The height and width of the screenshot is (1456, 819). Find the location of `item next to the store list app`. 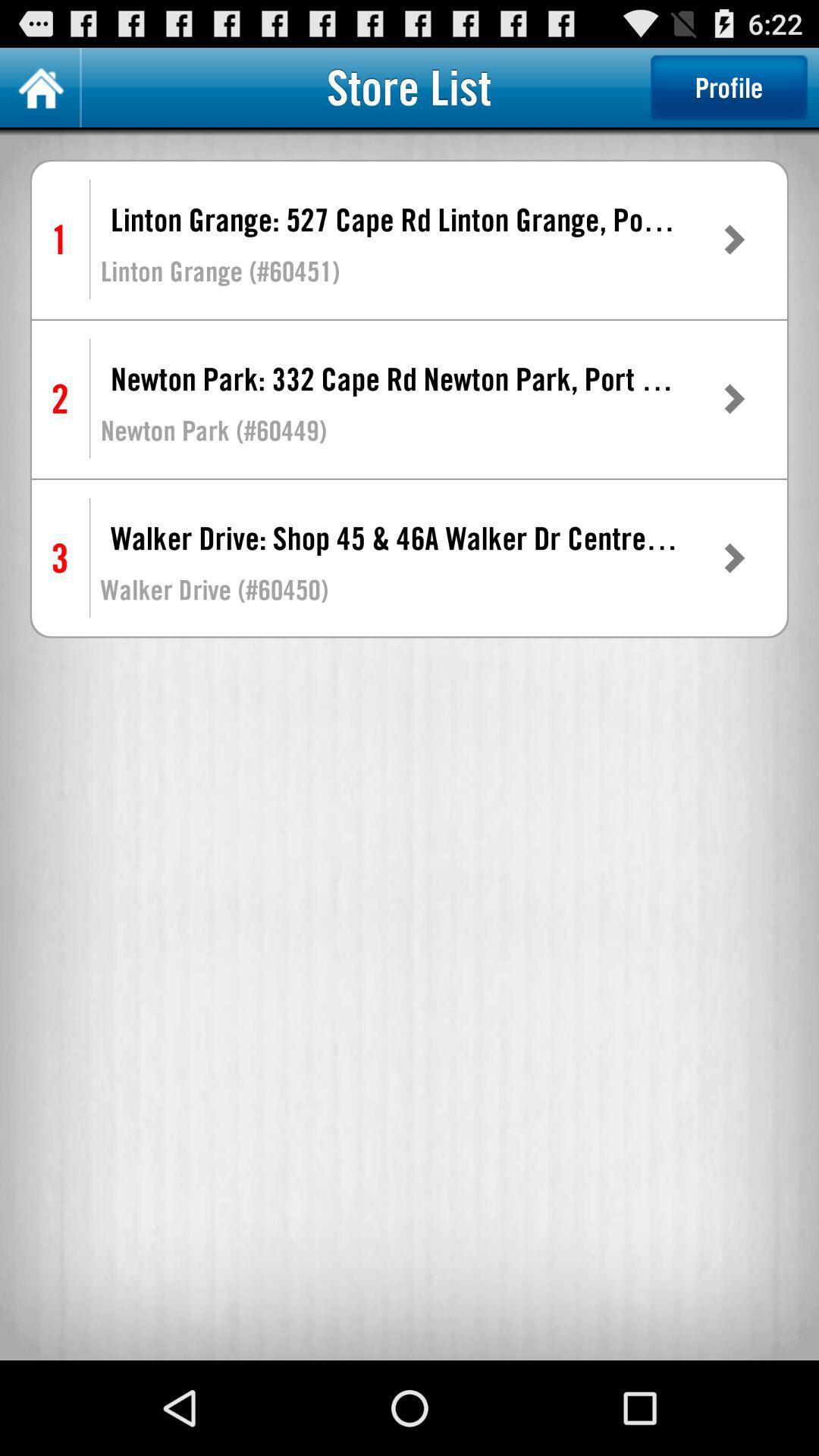

item next to the store list app is located at coordinates (728, 86).